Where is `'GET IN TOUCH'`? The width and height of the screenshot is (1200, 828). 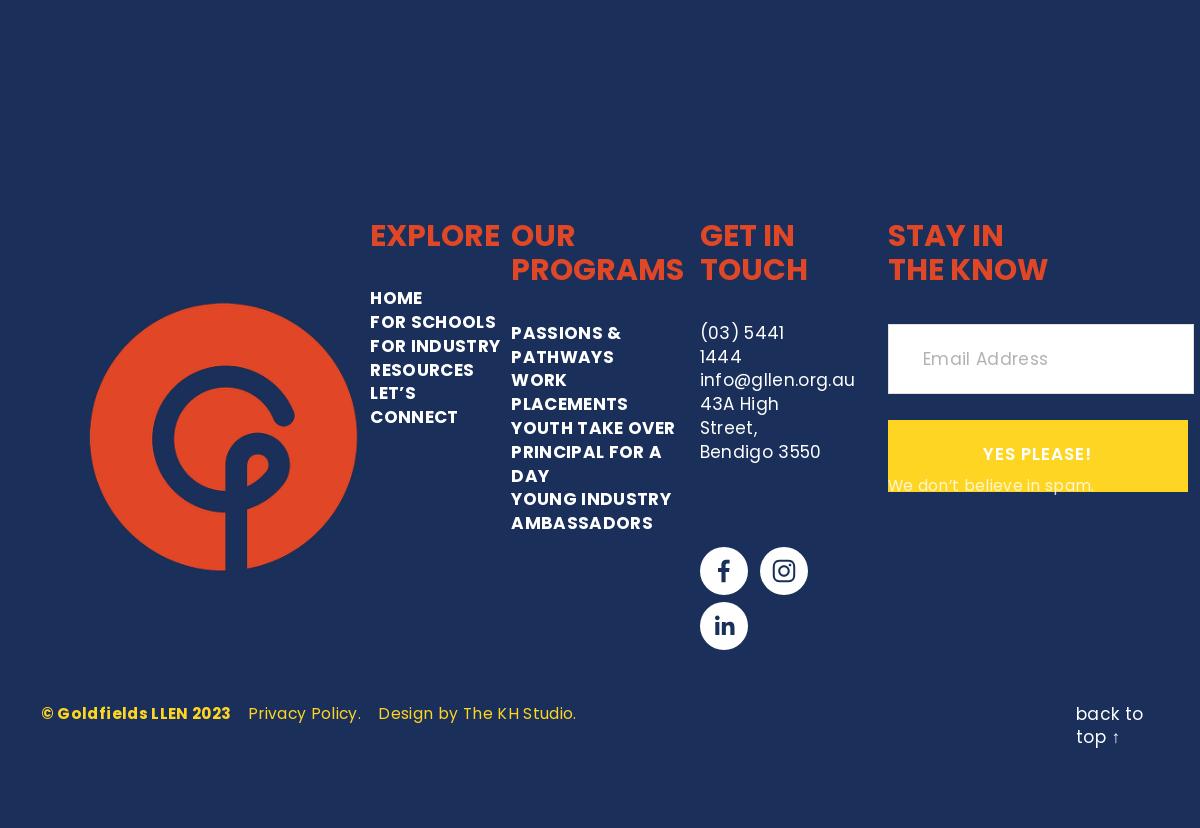
'GET IN TOUCH' is located at coordinates (699, 54).